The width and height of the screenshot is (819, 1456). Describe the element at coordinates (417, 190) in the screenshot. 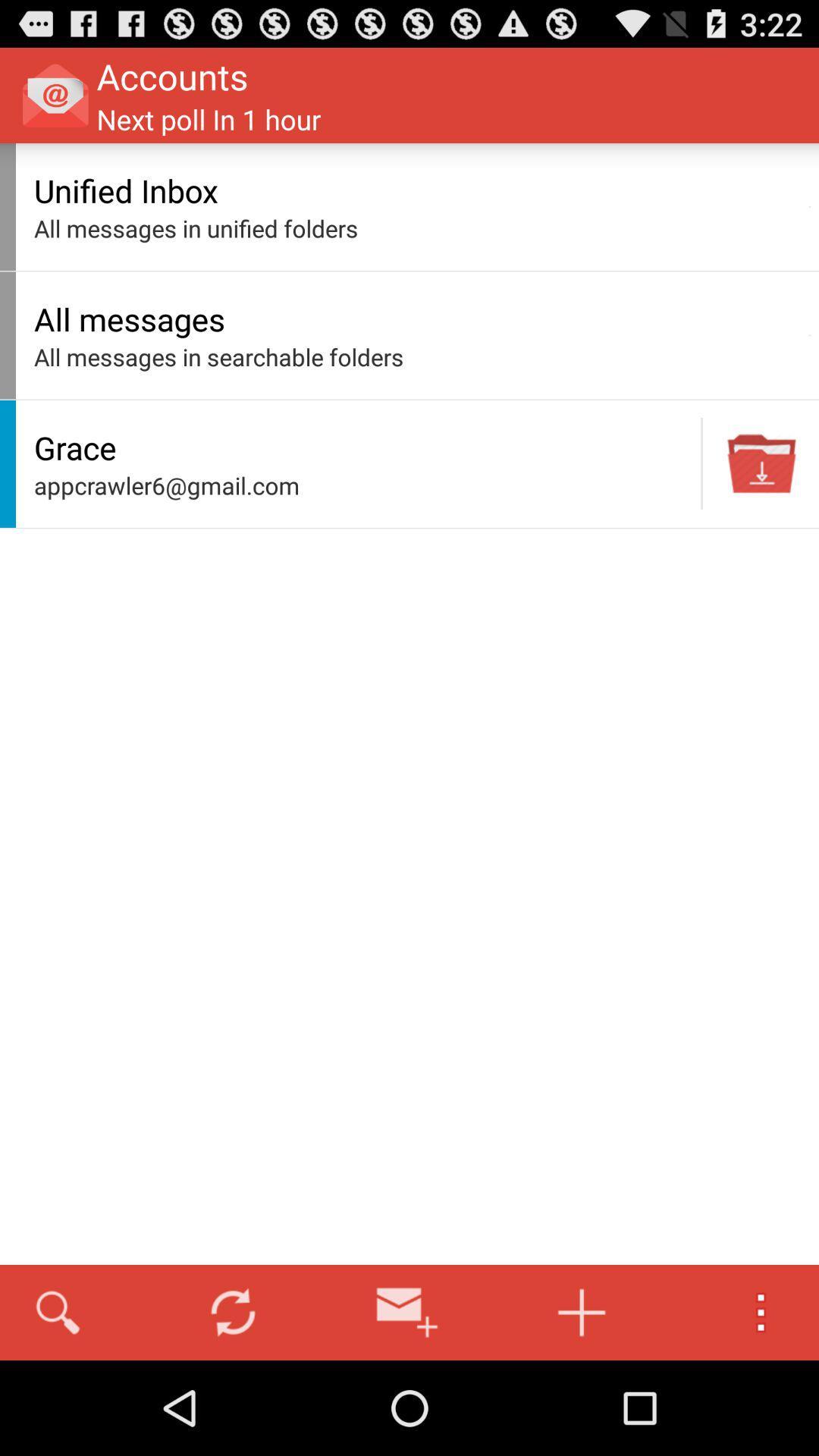

I see `app above all messages in item` at that location.